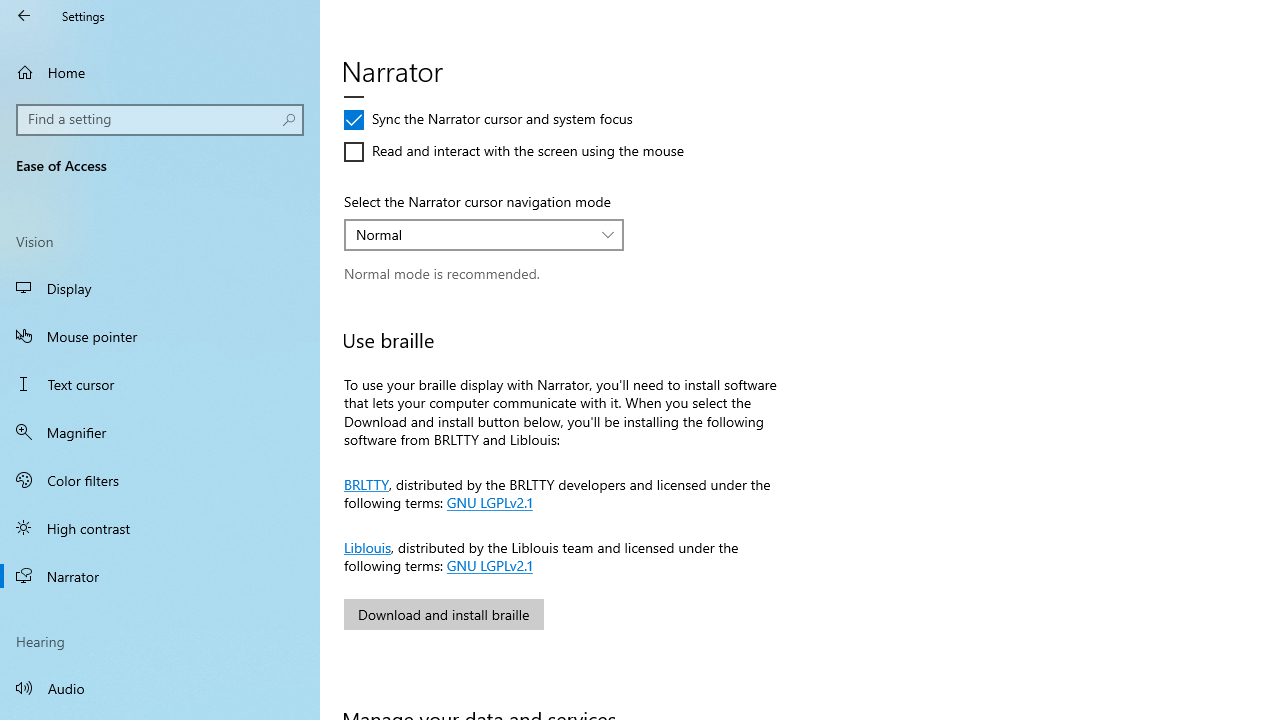 The height and width of the screenshot is (720, 1280). Describe the element at coordinates (366, 482) in the screenshot. I see `'BRLTTY'` at that location.